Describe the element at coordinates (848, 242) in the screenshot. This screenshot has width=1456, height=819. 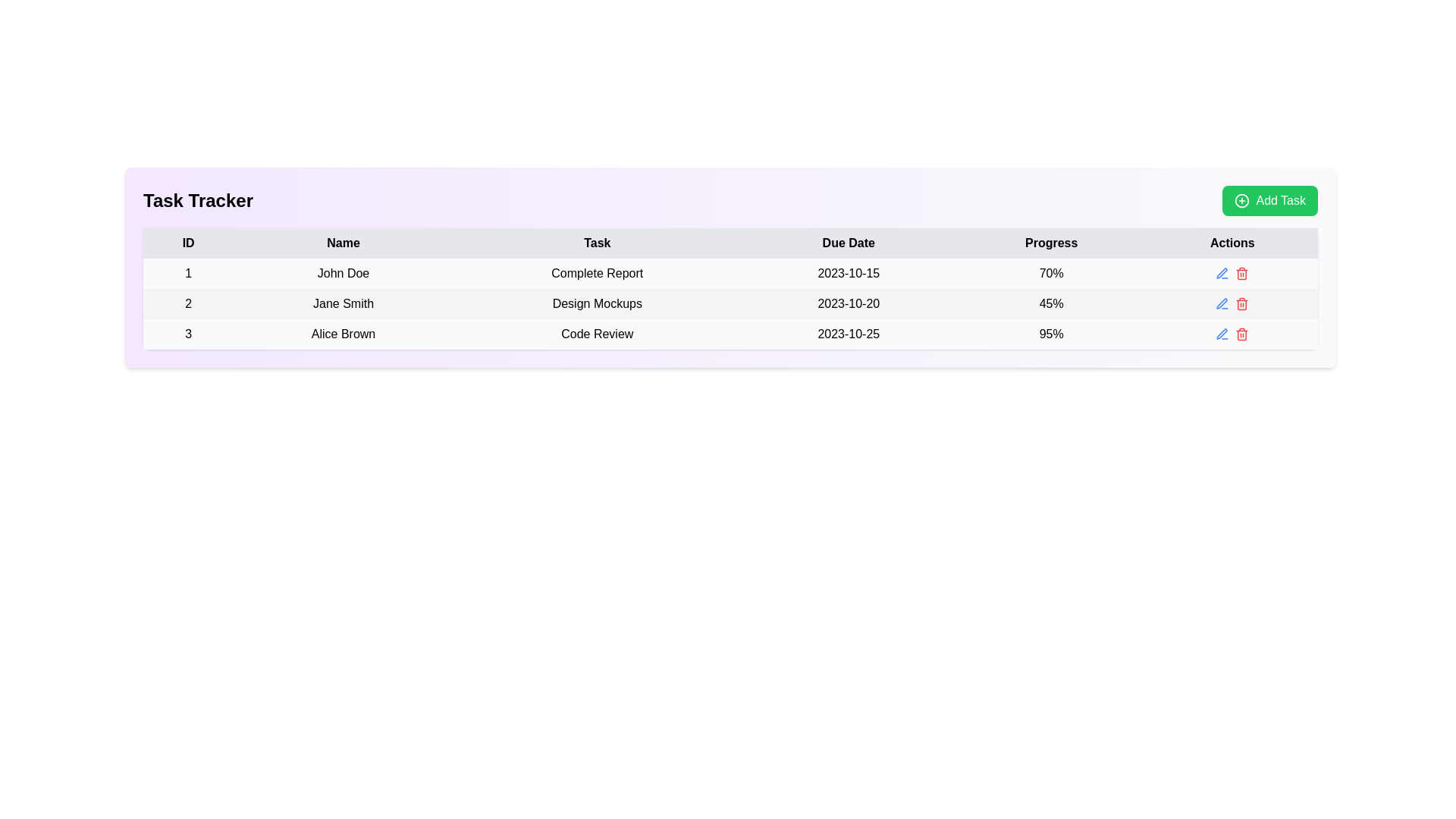
I see `the text label that serves as the fourth column header in the table, indicating due dates, located between 'Task' and 'Progress'` at that location.